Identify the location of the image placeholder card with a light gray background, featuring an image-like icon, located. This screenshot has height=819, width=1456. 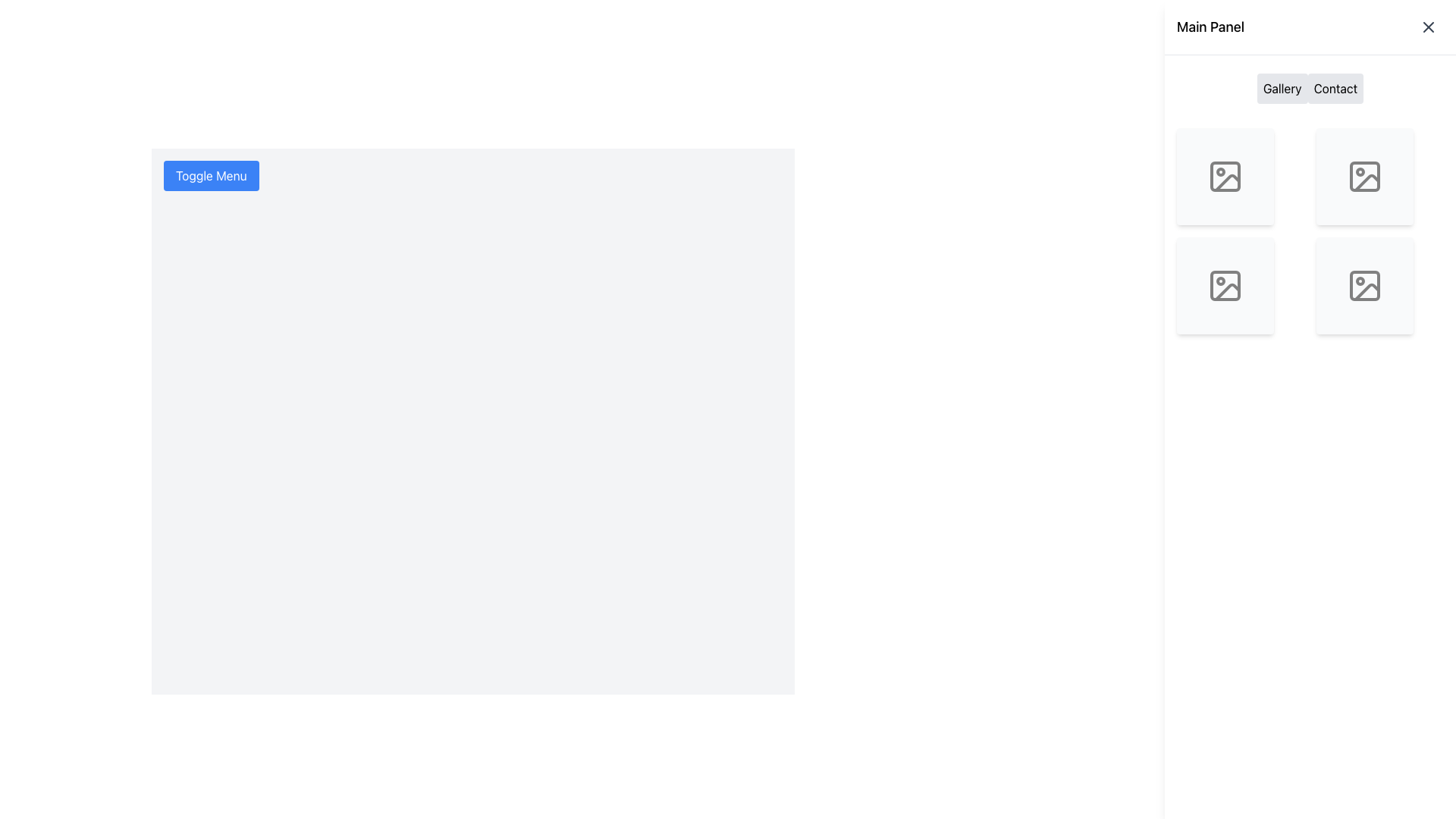
(1365, 175).